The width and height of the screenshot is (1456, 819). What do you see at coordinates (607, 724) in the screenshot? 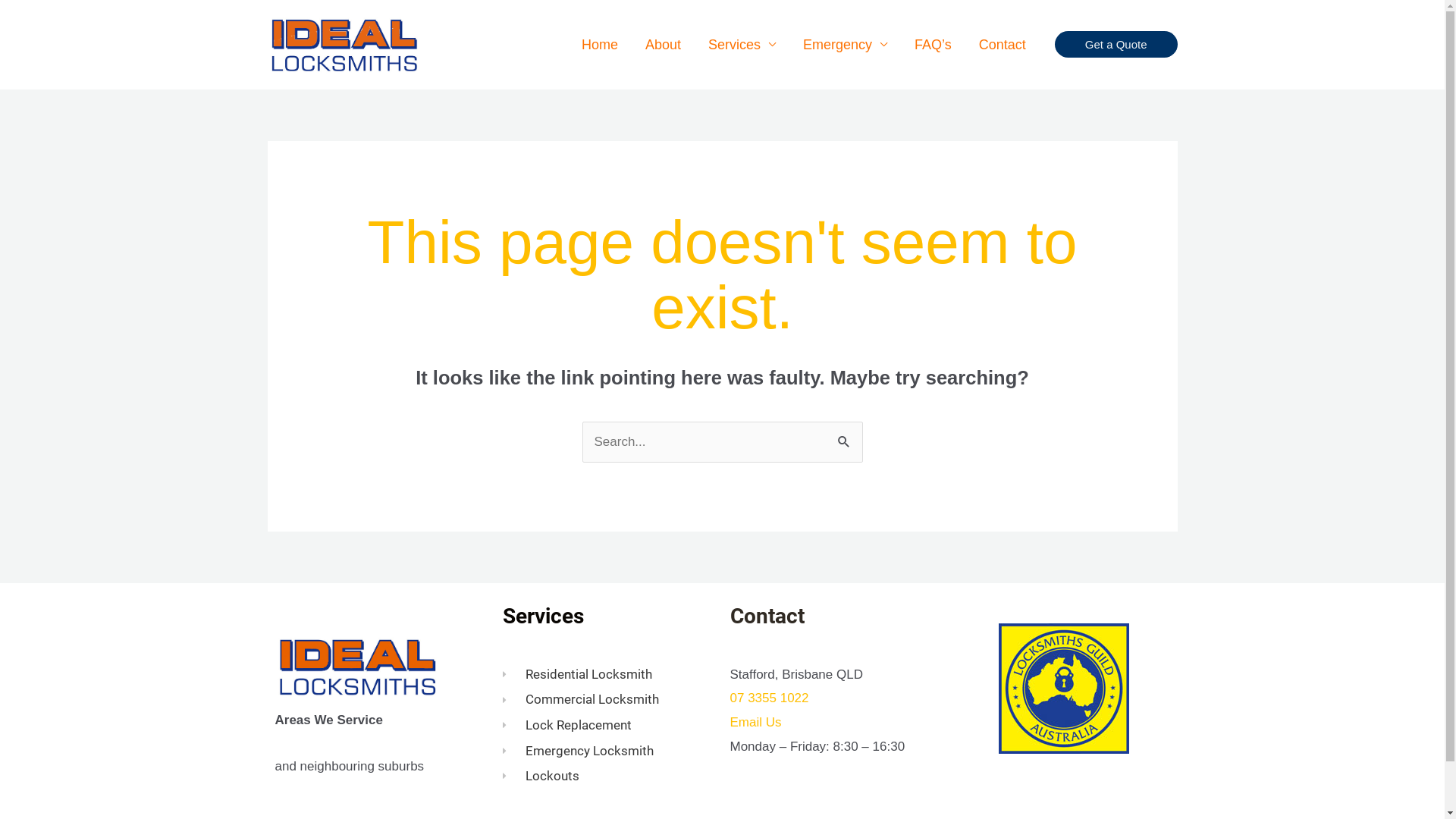
I see `'Lock Replacement'` at bounding box center [607, 724].